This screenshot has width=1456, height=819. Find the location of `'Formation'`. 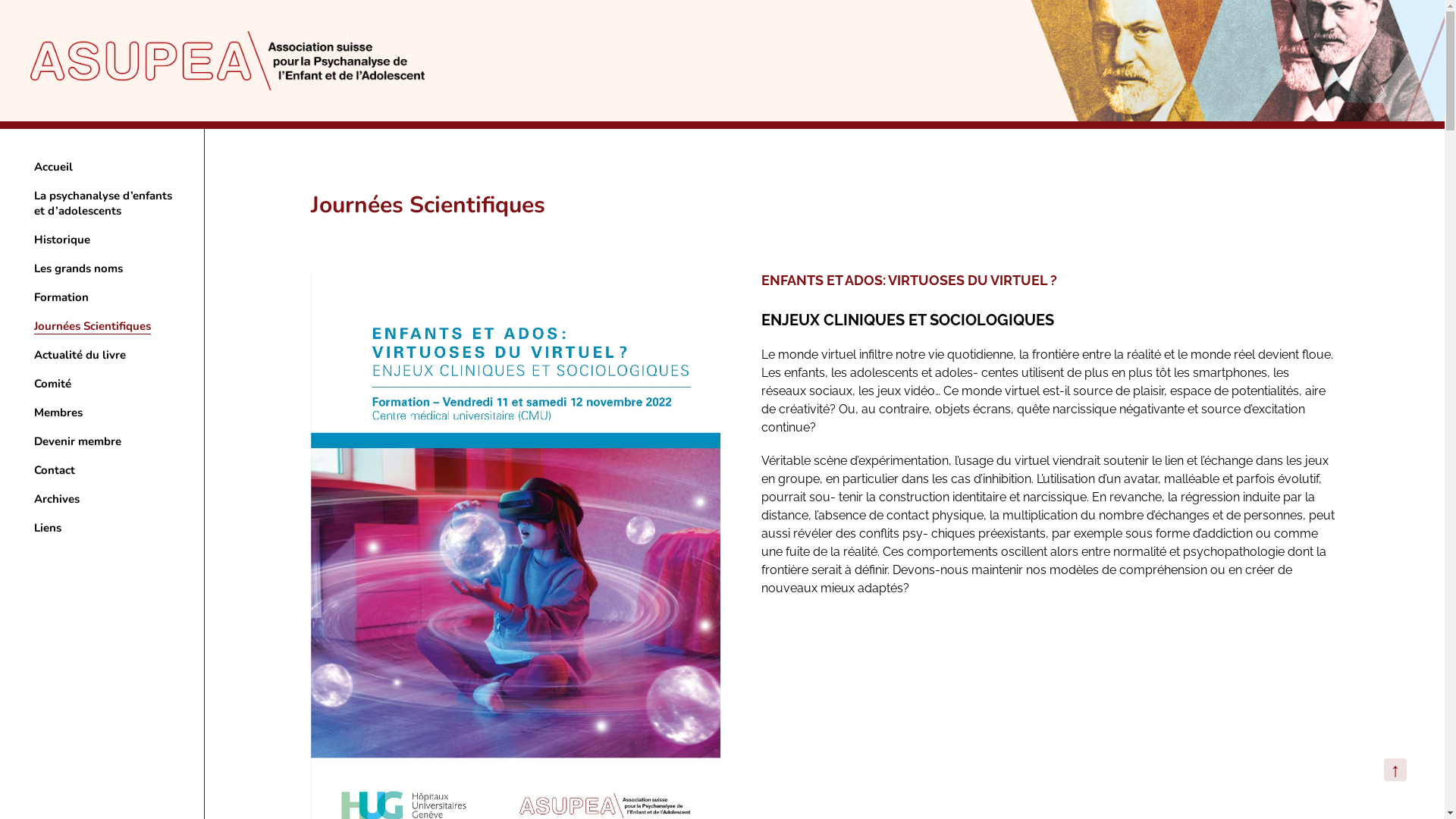

'Formation' is located at coordinates (33, 297).